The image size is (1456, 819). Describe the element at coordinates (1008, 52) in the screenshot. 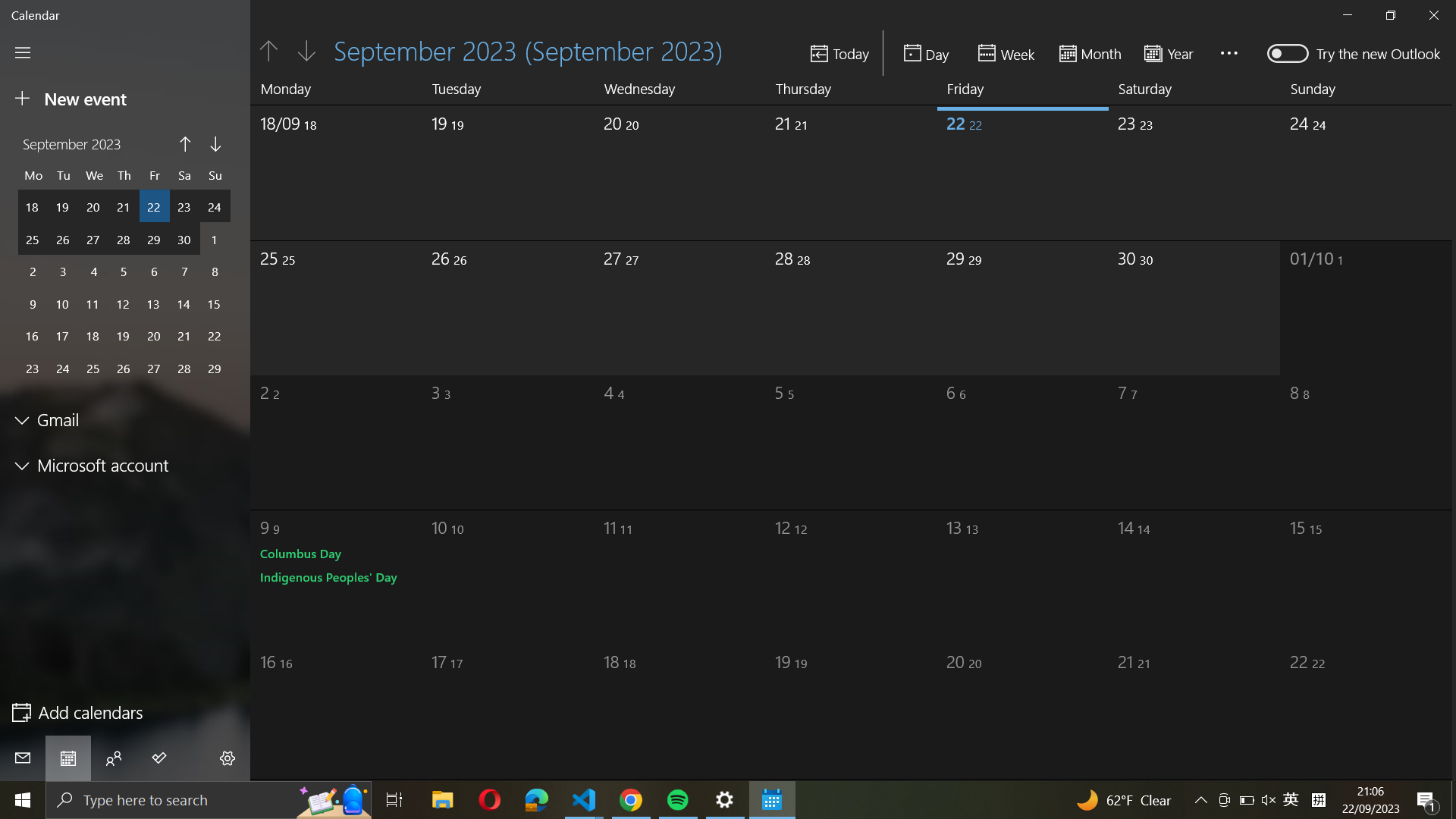

I see `Switch the calendar view to weekly mode` at that location.